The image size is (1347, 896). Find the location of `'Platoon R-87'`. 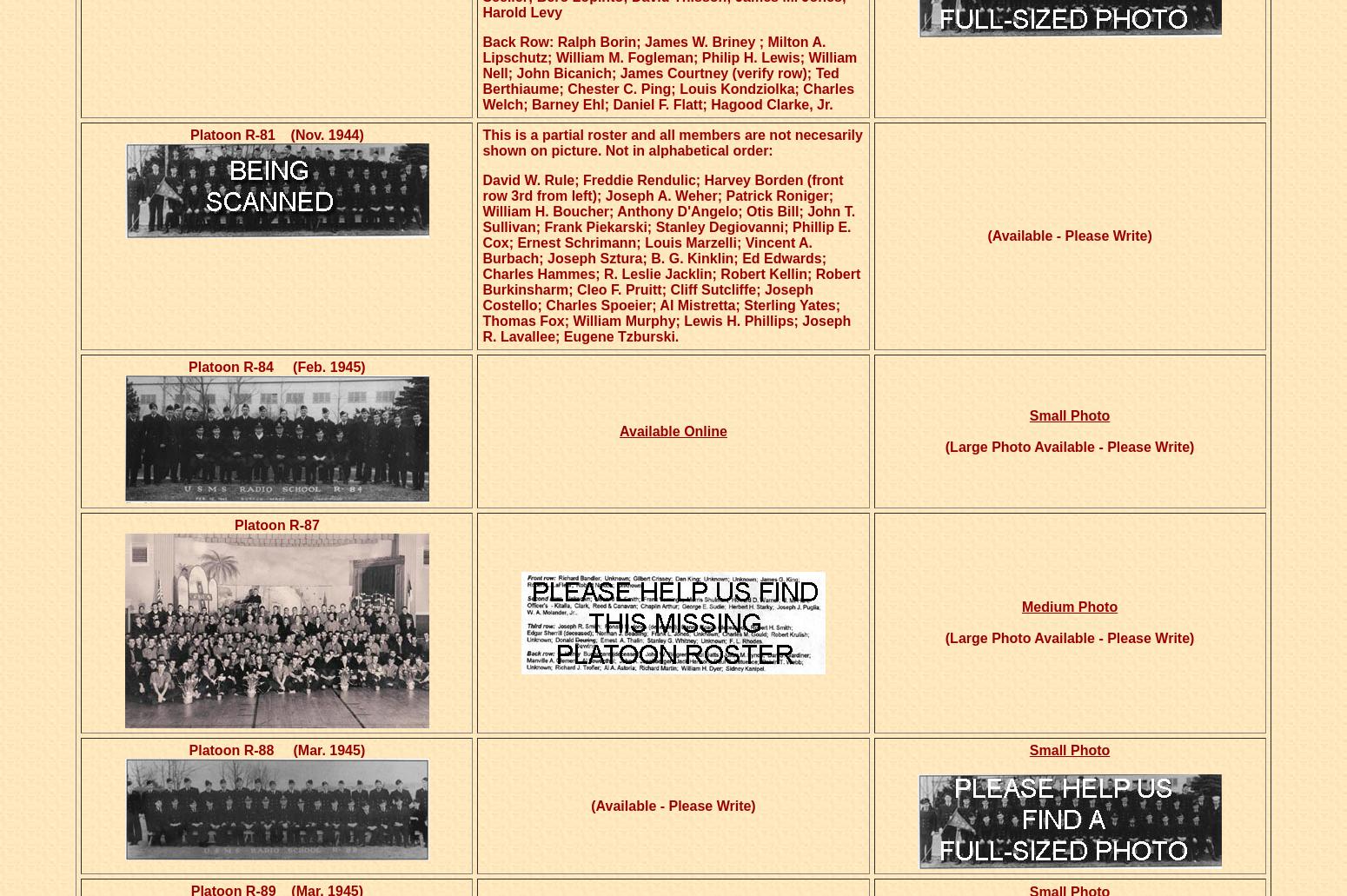

'Platoon R-87' is located at coordinates (275, 524).